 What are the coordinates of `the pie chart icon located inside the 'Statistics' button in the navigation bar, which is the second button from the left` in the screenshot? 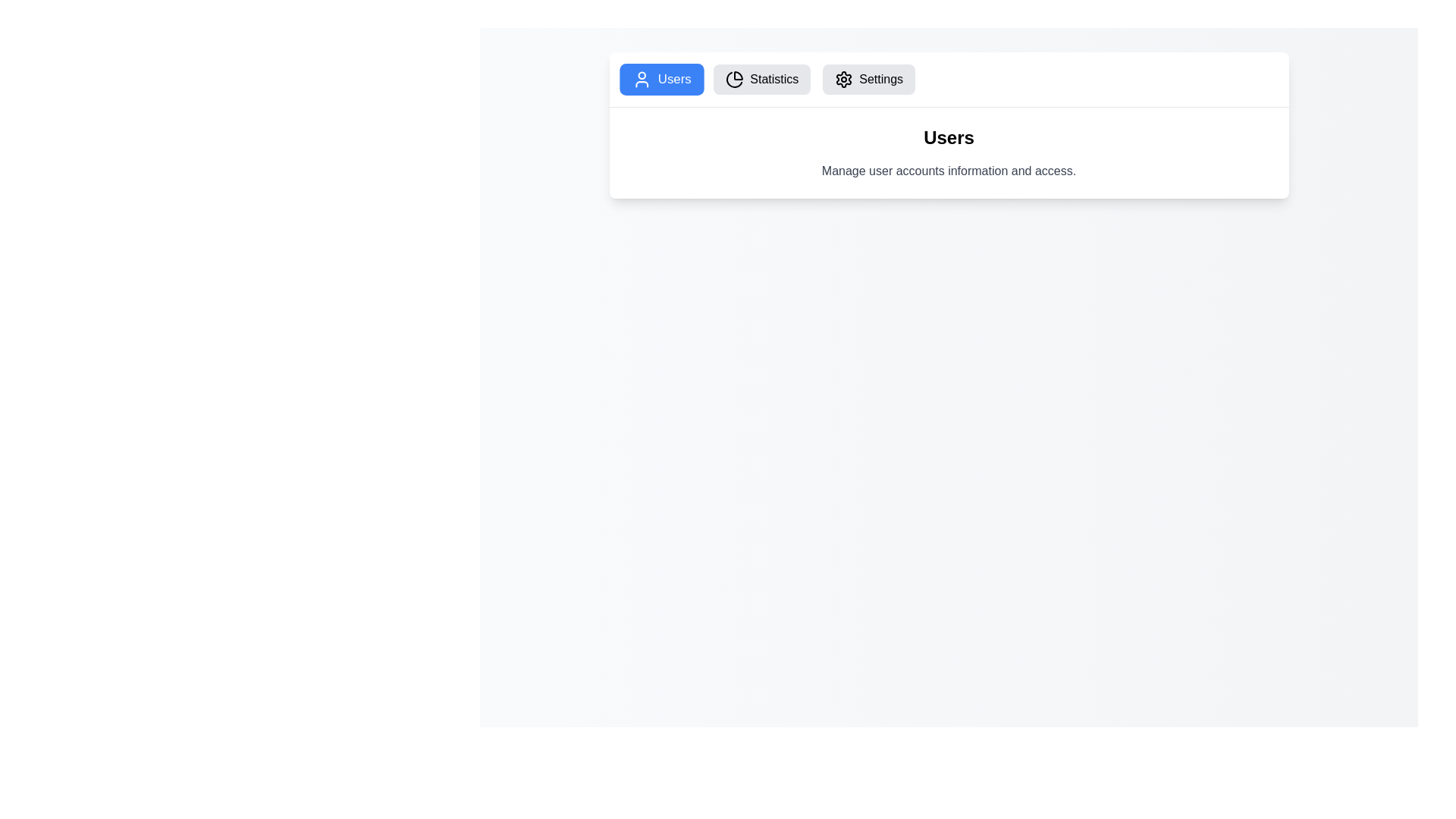 It's located at (735, 79).